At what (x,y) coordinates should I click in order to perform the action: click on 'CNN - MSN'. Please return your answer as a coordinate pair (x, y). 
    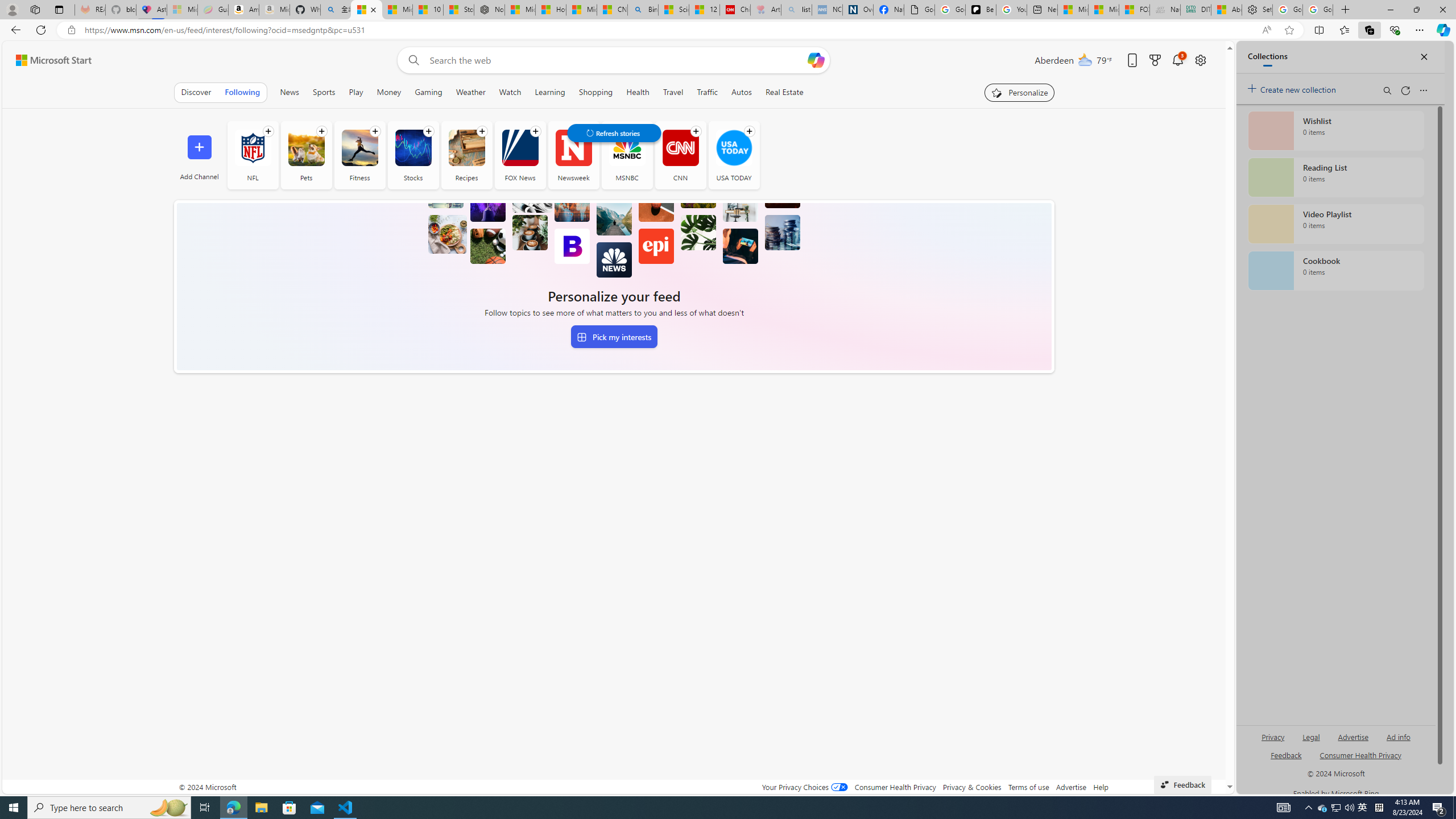
    Looking at the image, I should click on (612, 9).